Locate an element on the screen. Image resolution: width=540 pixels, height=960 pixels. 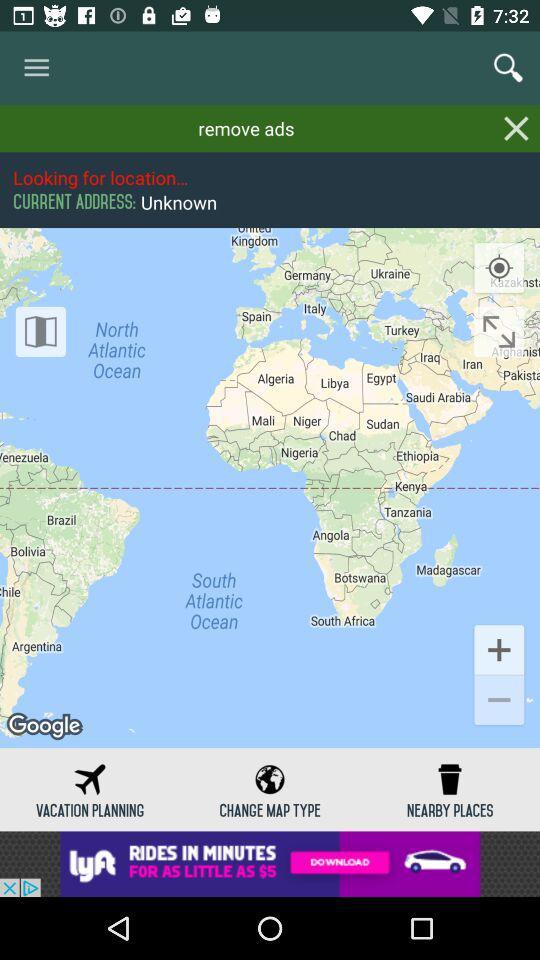
direction selection is located at coordinates (498, 331).